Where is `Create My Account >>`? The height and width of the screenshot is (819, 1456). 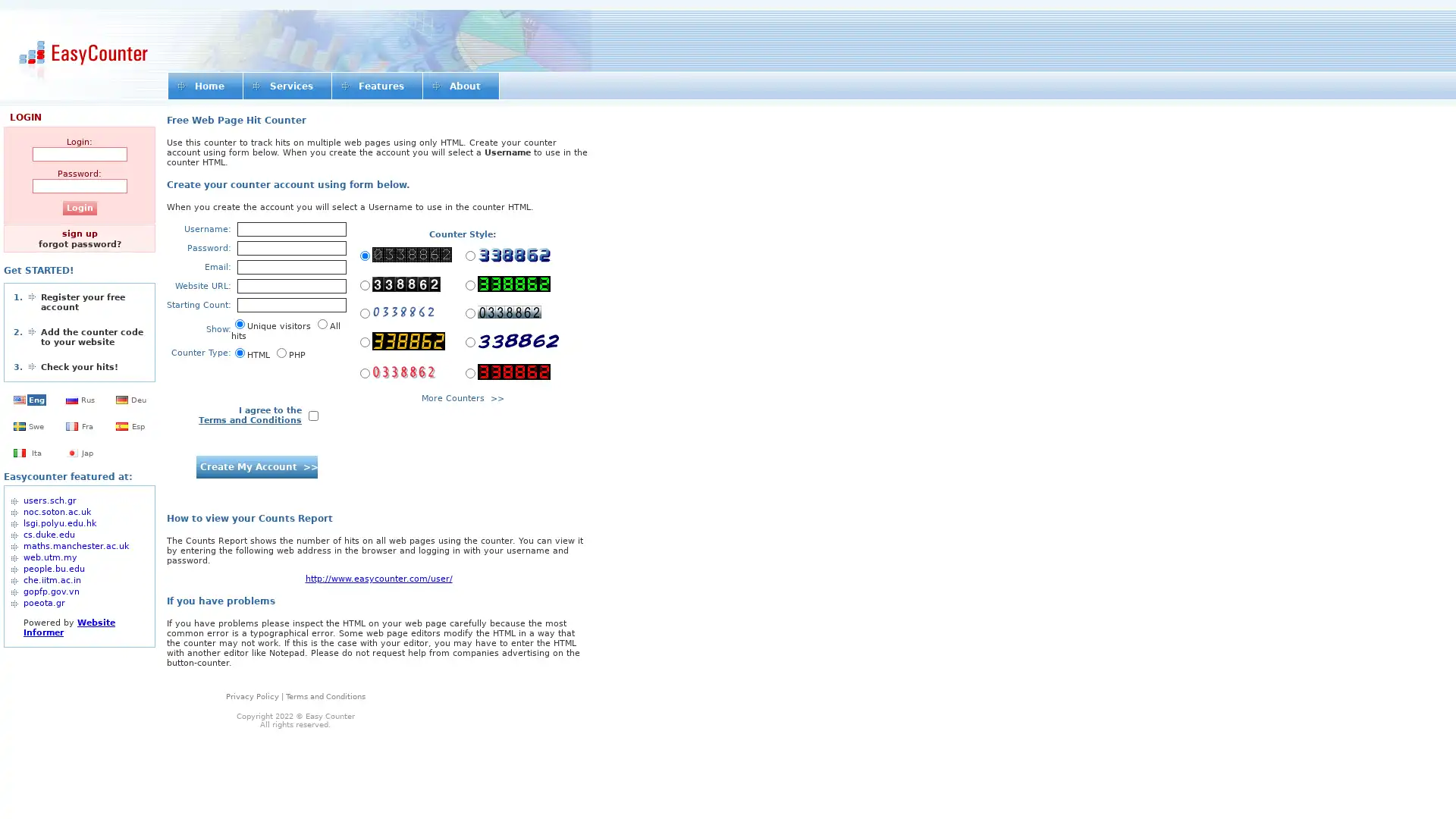 Create My Account >> is located at coordinates (256, 466).